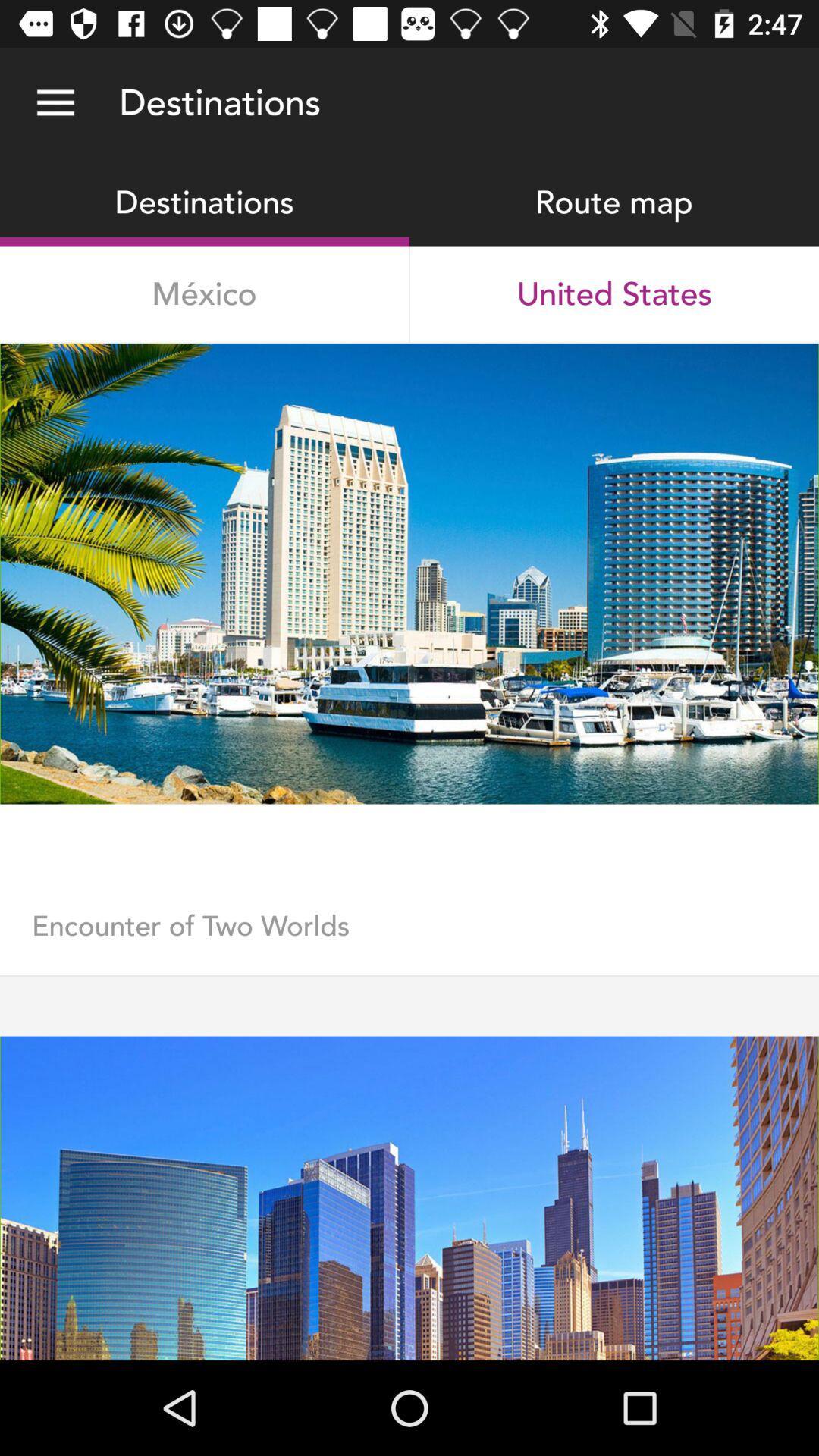 This screenshot has width=819, height=1456. I want to click on the item below the route map item, so click(614, 294).